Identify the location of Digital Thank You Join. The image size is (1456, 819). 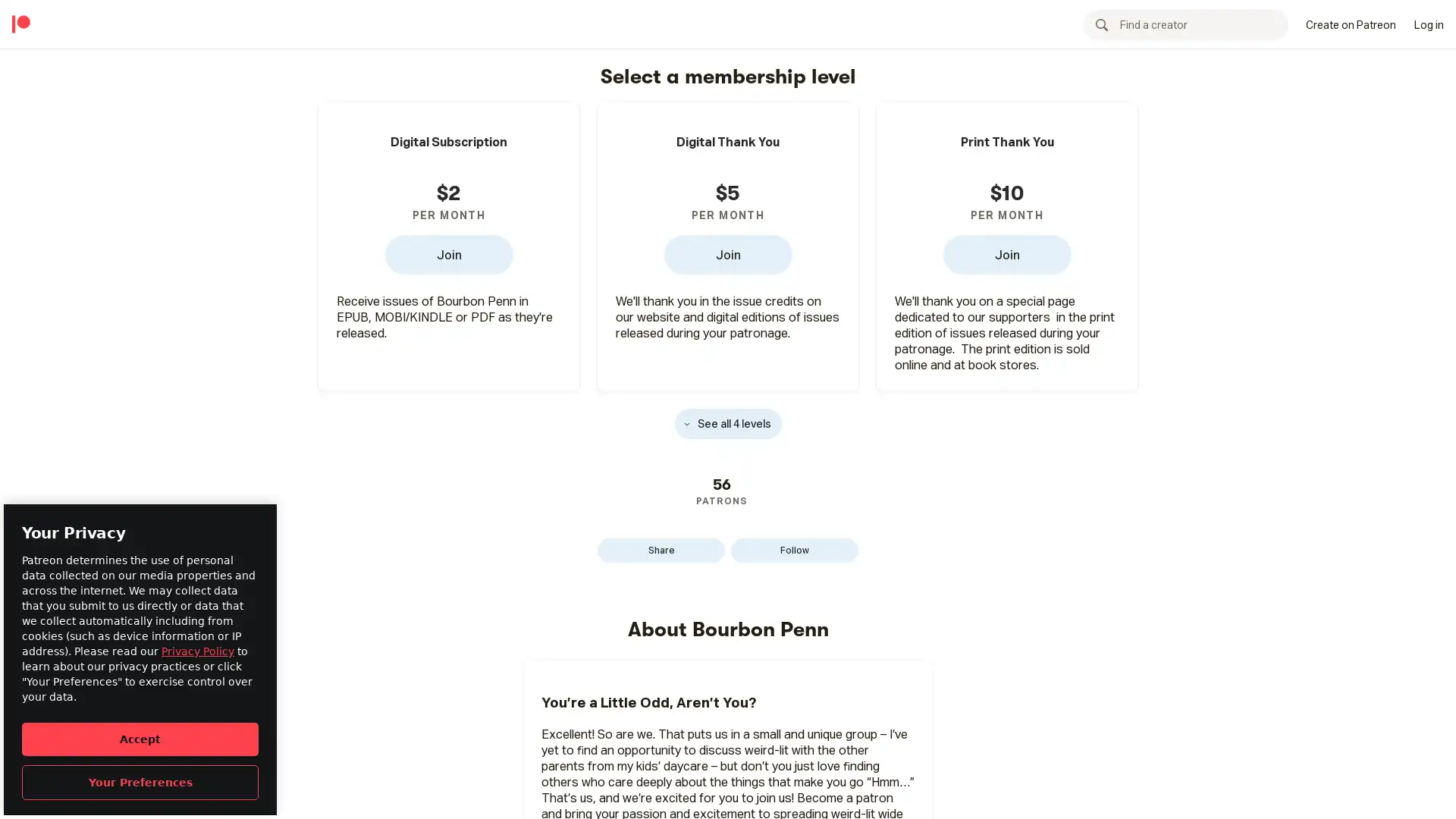
(726, 253).